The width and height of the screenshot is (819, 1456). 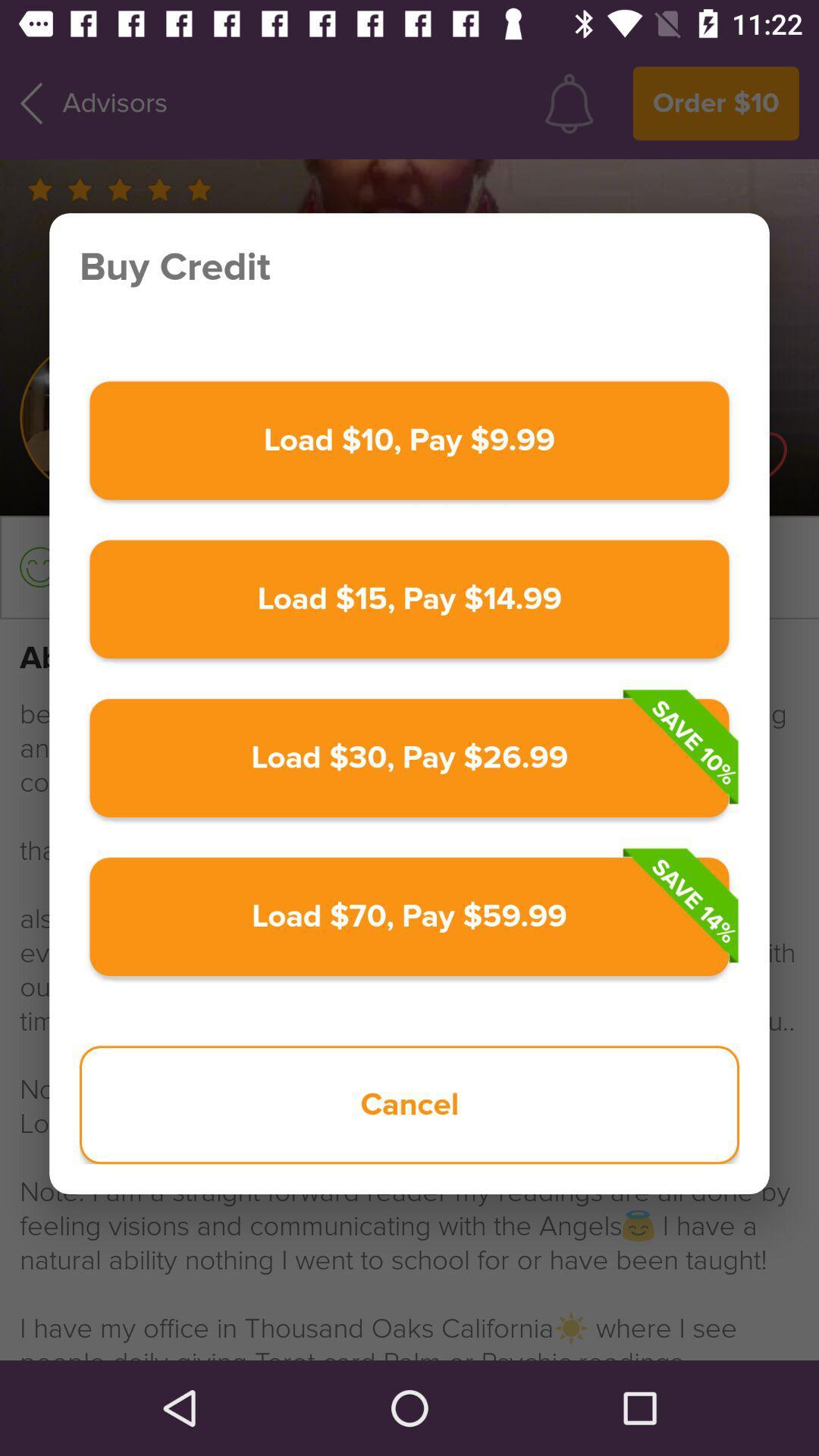 What do you see at coordinates (409, 1105) in the screenshot?
I see `the item below load 70 pay item` at bounding box center [409, 1105].